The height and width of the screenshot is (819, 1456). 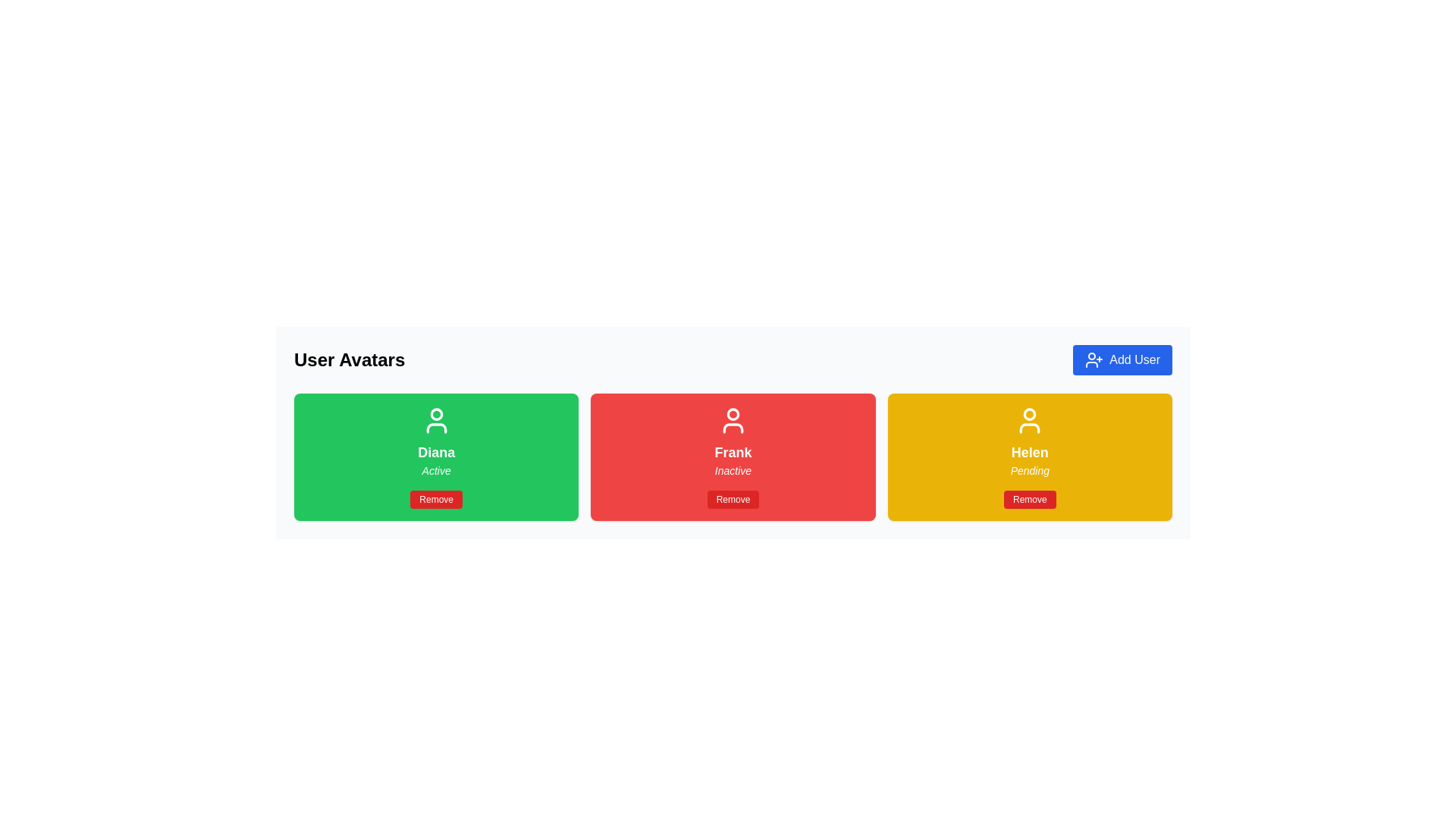 I want to click on the 'Add User' button, which is styled with bold text on a blue background, located in the top-right area of the user avatars section, next to Helen's yellow card, so click(x=1134, y=359).